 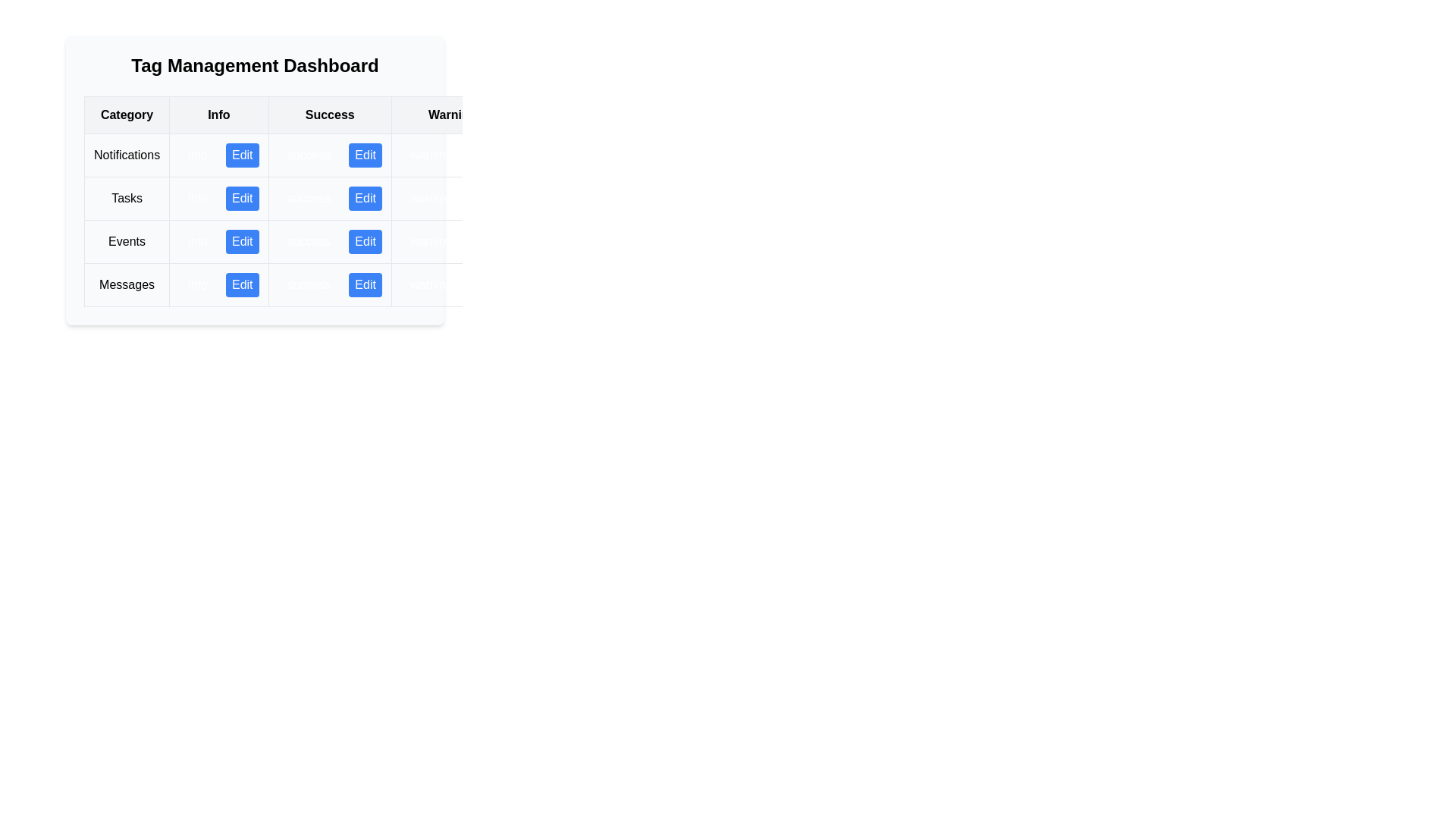 What do you see at coordinates (127, 114) in the screenshot?
I see `text content of the 'Category' label, which is a bold black text on a light gray background located on the left side of a row of five elements` at bounding box center [127, 114].